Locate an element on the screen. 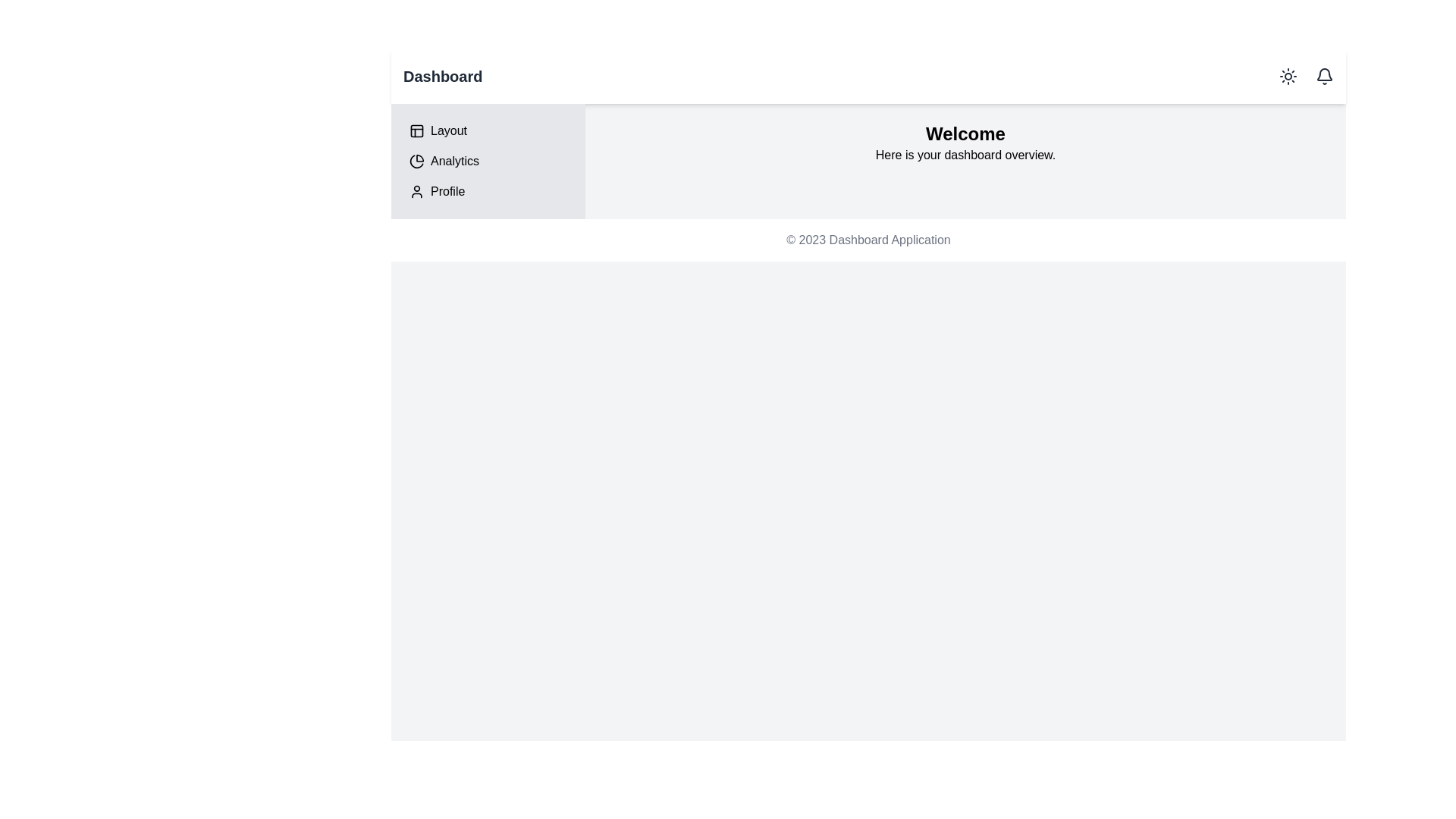 This screenshot has height=819, width=1456. the 'Analytics' text label in the left-side navigation menu, which is the second item in the list after 'Layout' is located at coordinates (454, 161).